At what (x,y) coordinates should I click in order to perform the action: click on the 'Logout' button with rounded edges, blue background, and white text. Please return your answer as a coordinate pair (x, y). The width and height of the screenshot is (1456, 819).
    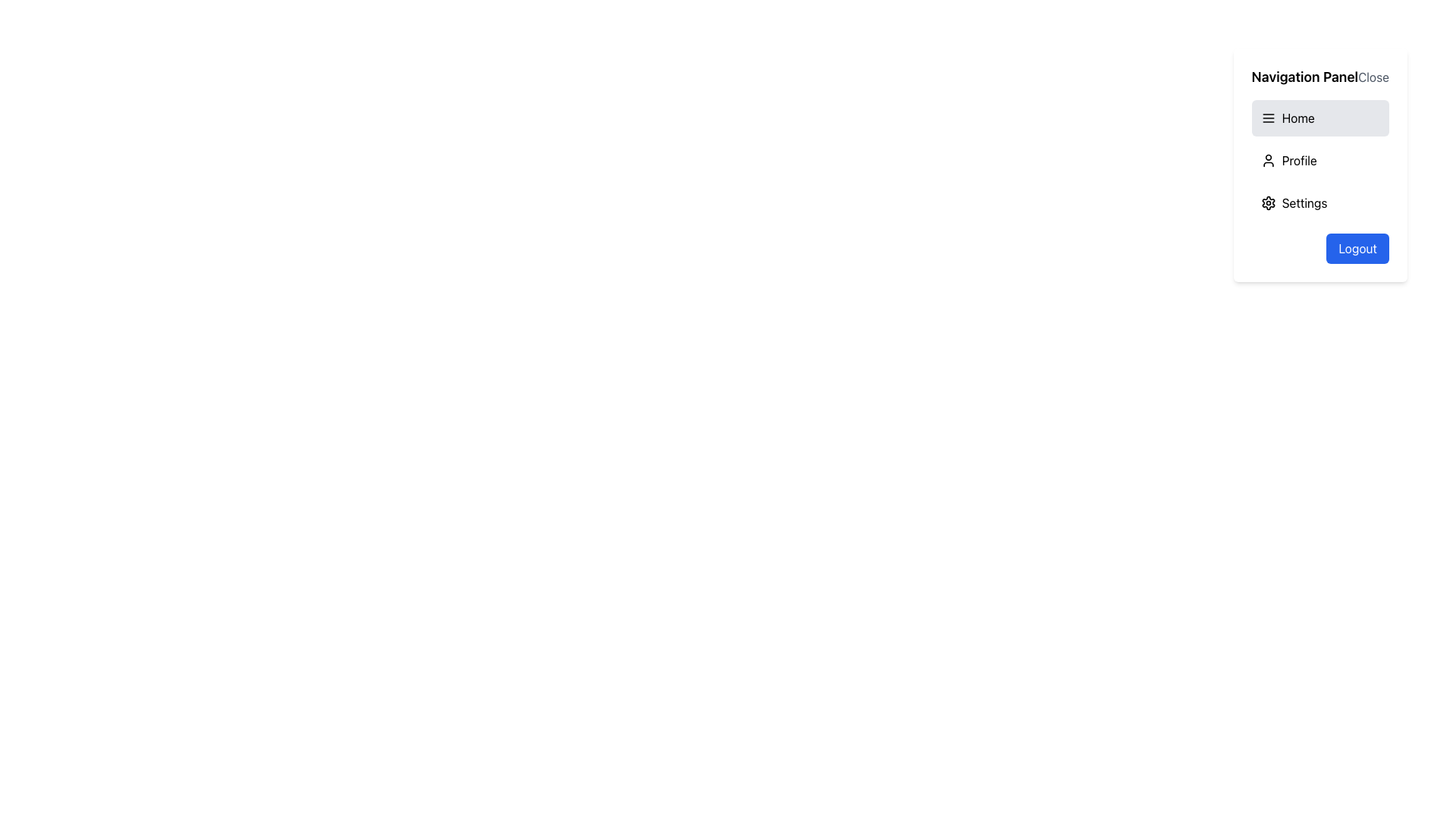
    Looking at the image, I should click on (1357, 247).